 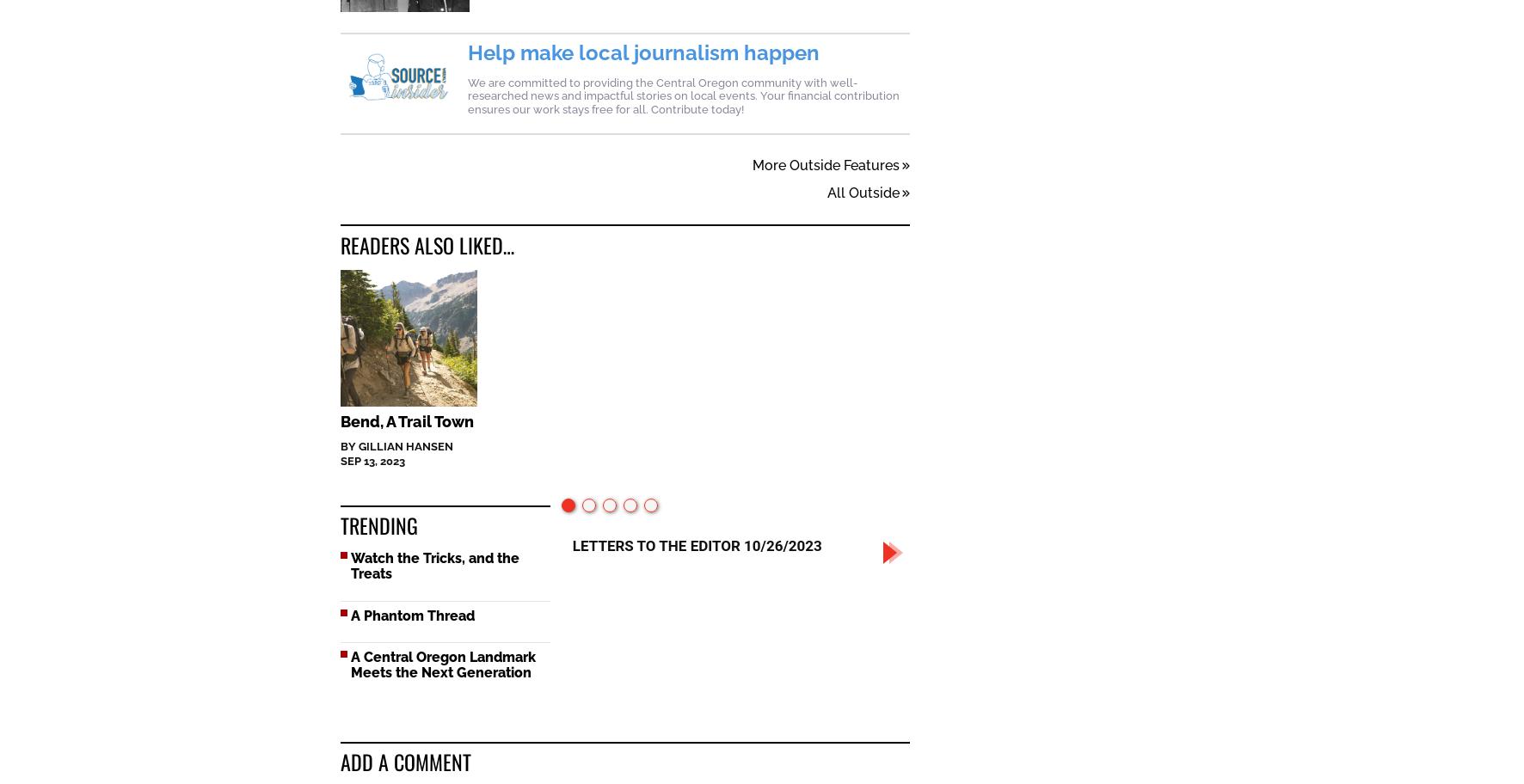 I want to click on 'We are committed to providing the Central Oregon community
with well-researched news and impactful stories on local events.
Your financial contribution ensures our work stays free for all.
Contribute today!', so click(x=683, y=96).